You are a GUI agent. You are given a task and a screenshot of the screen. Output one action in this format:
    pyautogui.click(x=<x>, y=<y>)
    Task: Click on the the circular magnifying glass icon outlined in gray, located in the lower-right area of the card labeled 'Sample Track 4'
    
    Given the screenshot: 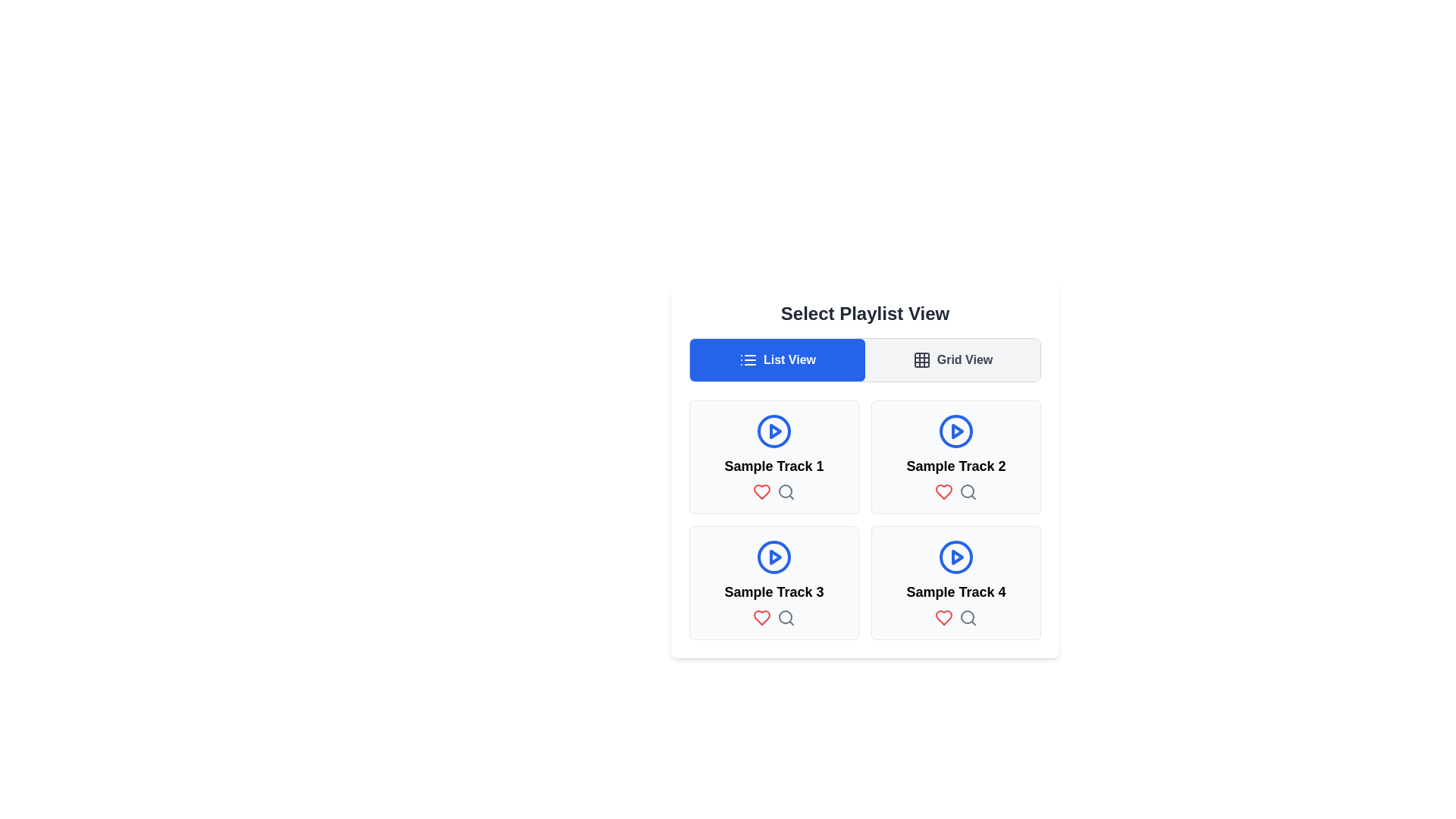 What is the action you would take?
    pyautogui.click(x=967, y=617)
    